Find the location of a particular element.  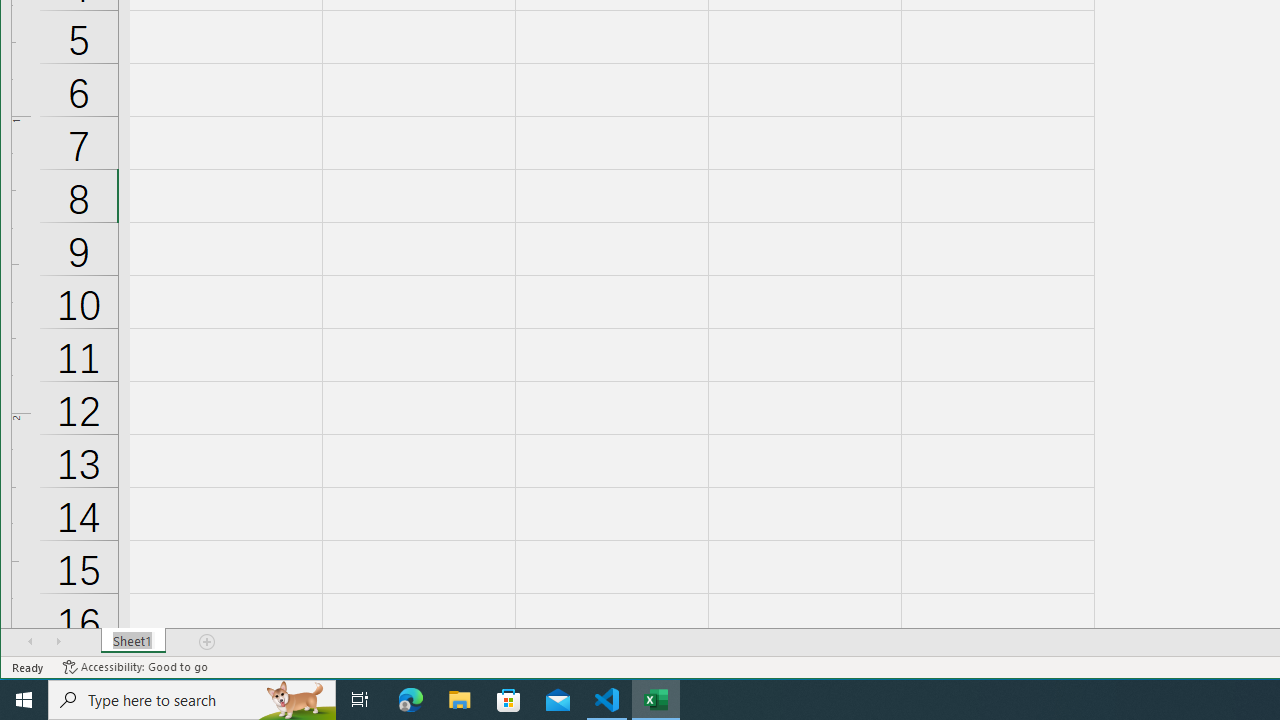

'Microsoft Edge' is located at coordinates (410, 698).